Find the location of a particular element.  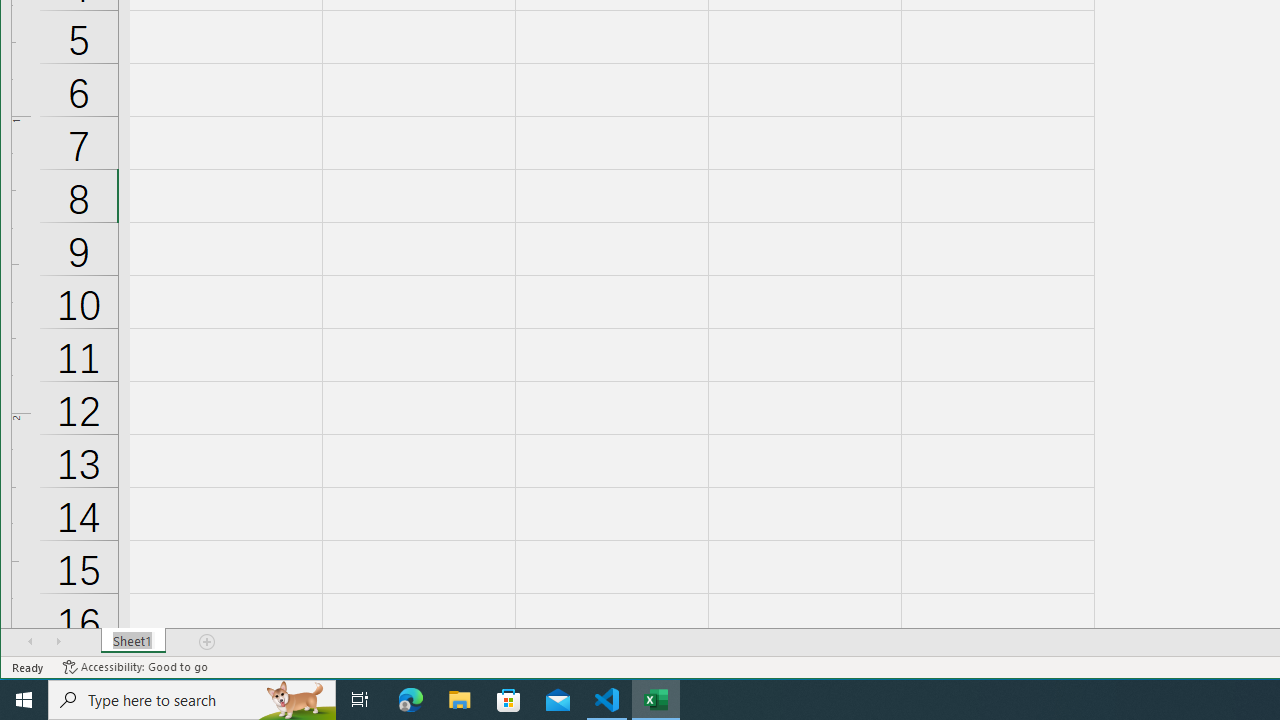

'Microsoft Edge' is located at coordinates (410, 698).